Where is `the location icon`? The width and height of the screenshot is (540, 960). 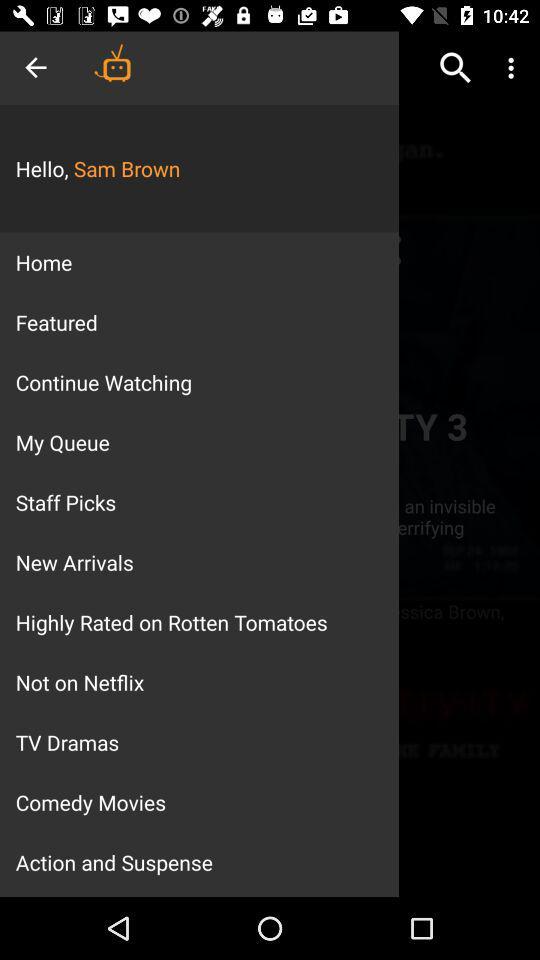 the location icon is located at coordinates (384, 249).